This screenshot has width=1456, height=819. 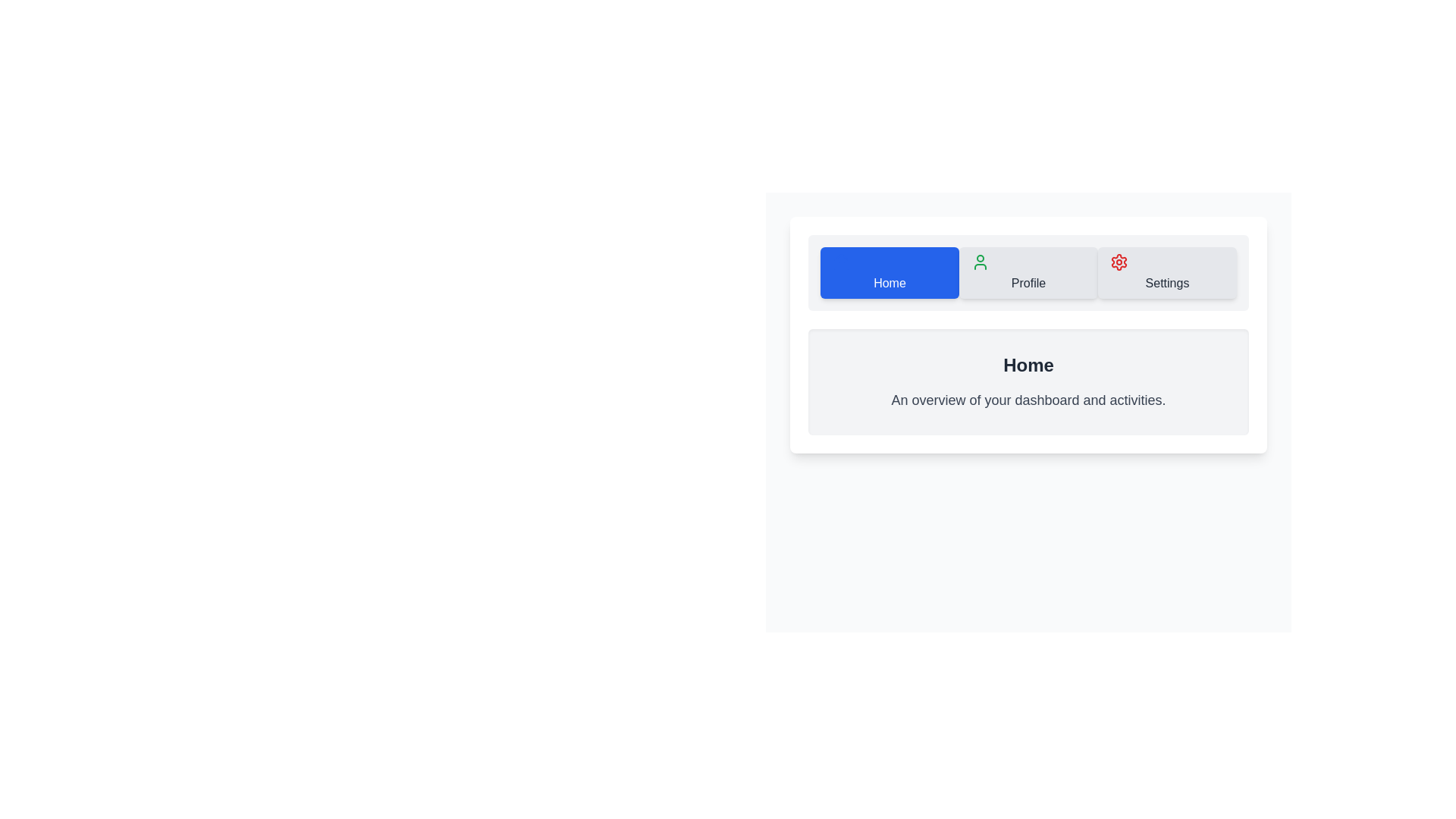 What do you see at coordinates (1166, 271) in the screenshot?
I see `the Settings tab to observe its hover effect` at bounding box center [1166, 271].